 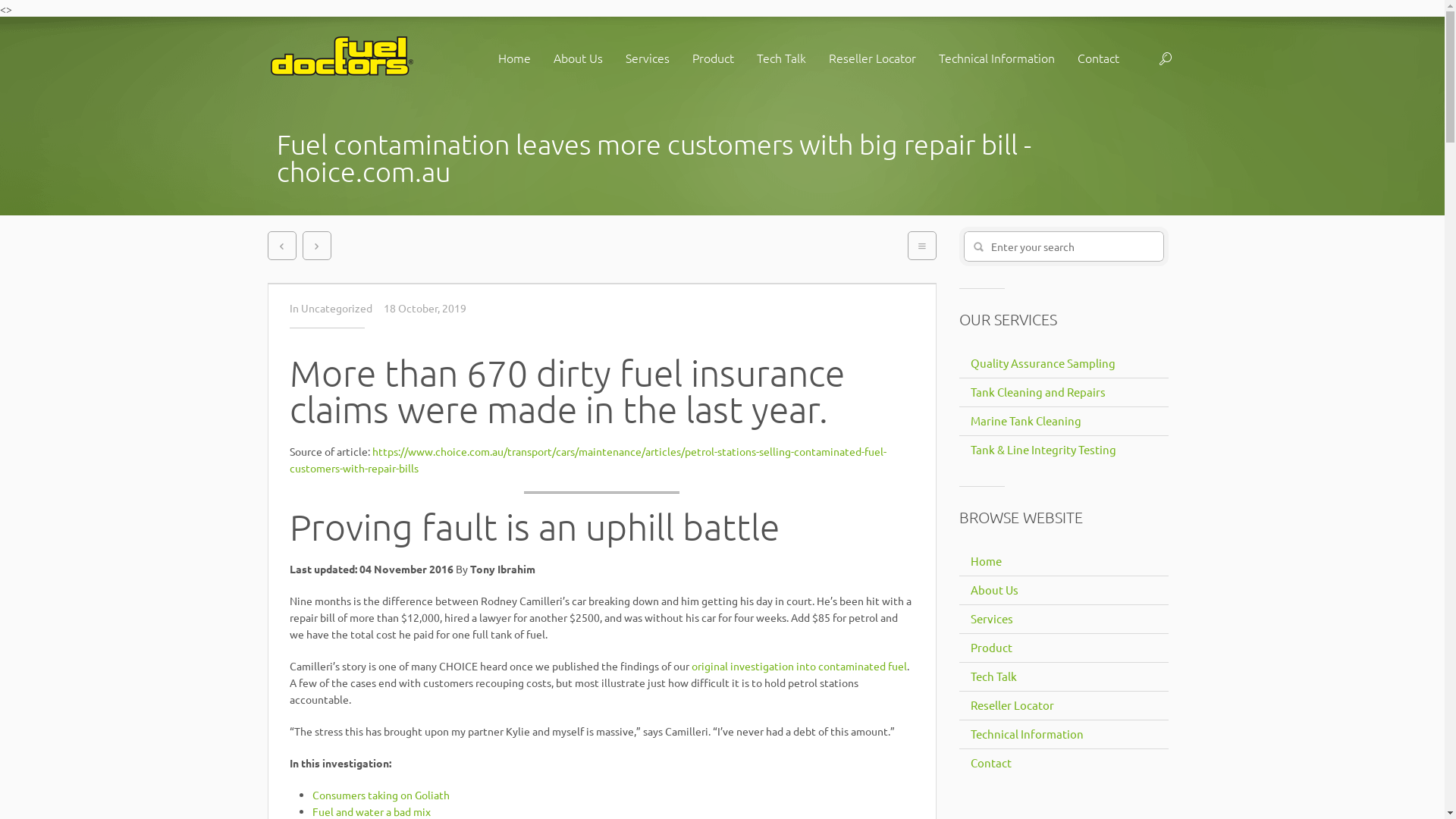 I want to click on 'Quality Assurance Sampling', so click(x=1040, y=362).